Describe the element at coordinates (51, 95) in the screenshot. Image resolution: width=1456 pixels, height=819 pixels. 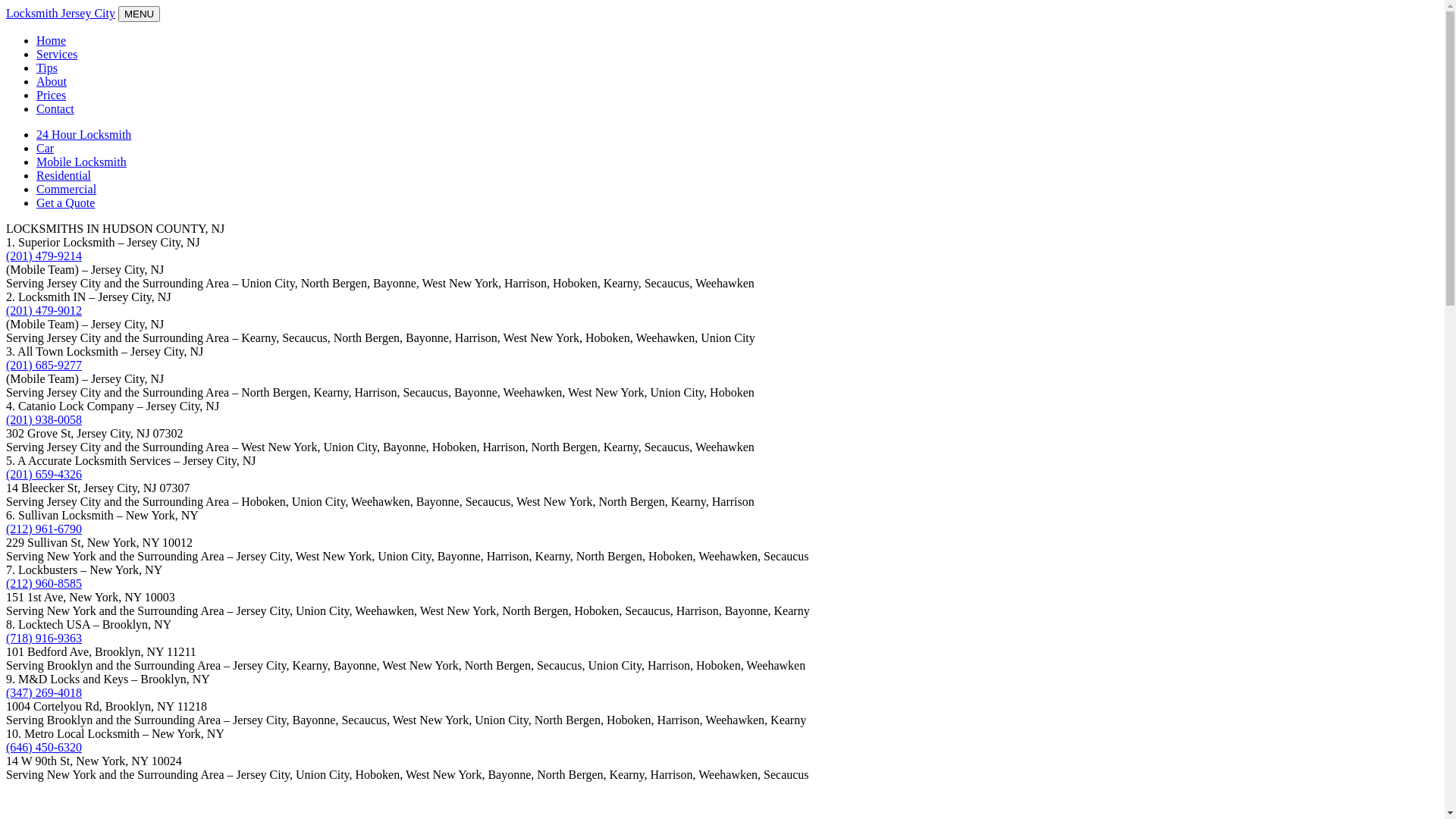
I see `'Prices'` at that location.